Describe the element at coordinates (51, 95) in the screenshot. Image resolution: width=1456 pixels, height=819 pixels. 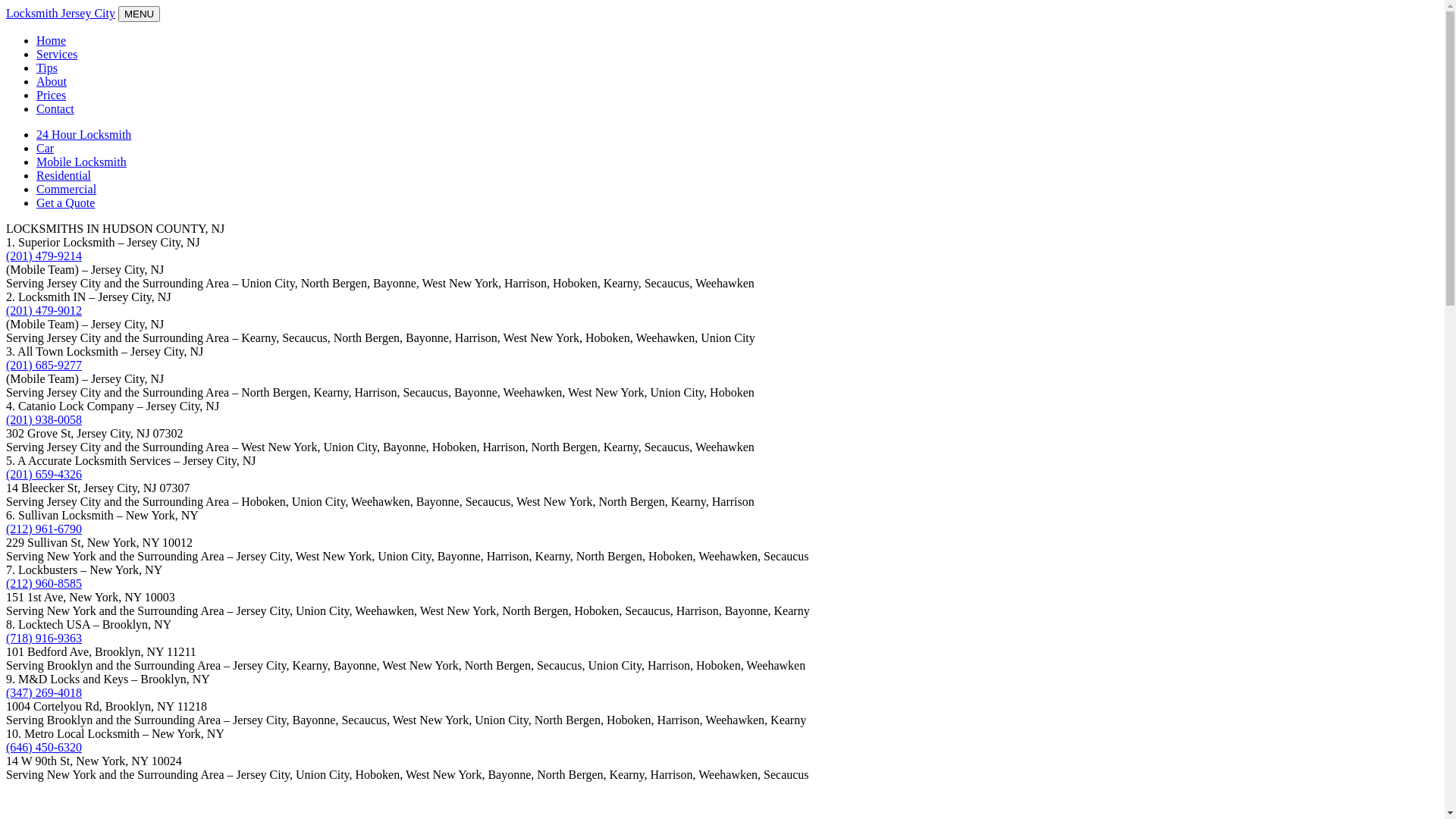
I see `'Prices'` at that location.